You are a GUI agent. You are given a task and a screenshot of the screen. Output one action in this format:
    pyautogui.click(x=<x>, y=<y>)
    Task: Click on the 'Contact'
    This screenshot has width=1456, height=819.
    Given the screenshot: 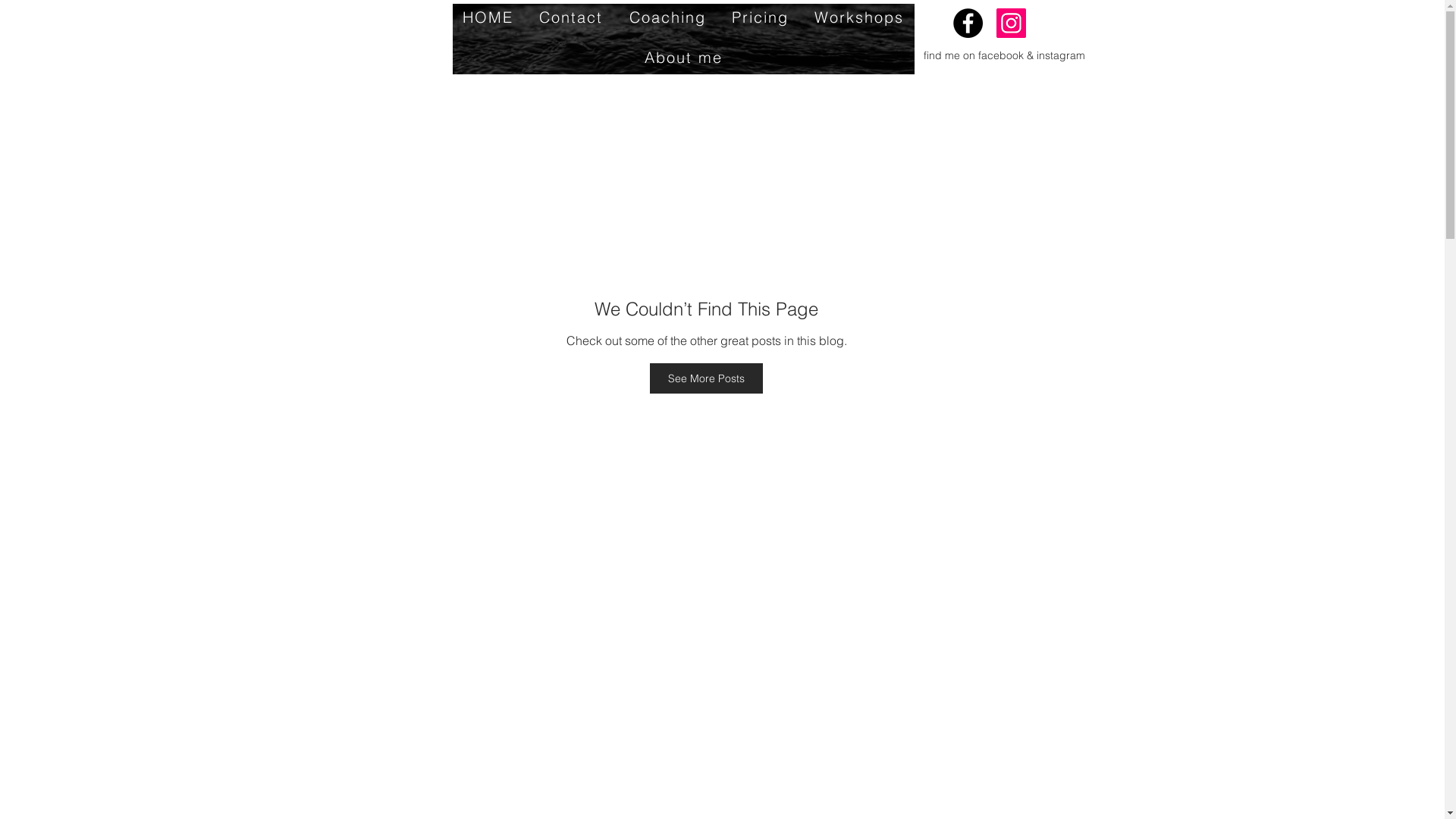 What is the action you would take?
    pyautogui.click(x=570, y=17)
    